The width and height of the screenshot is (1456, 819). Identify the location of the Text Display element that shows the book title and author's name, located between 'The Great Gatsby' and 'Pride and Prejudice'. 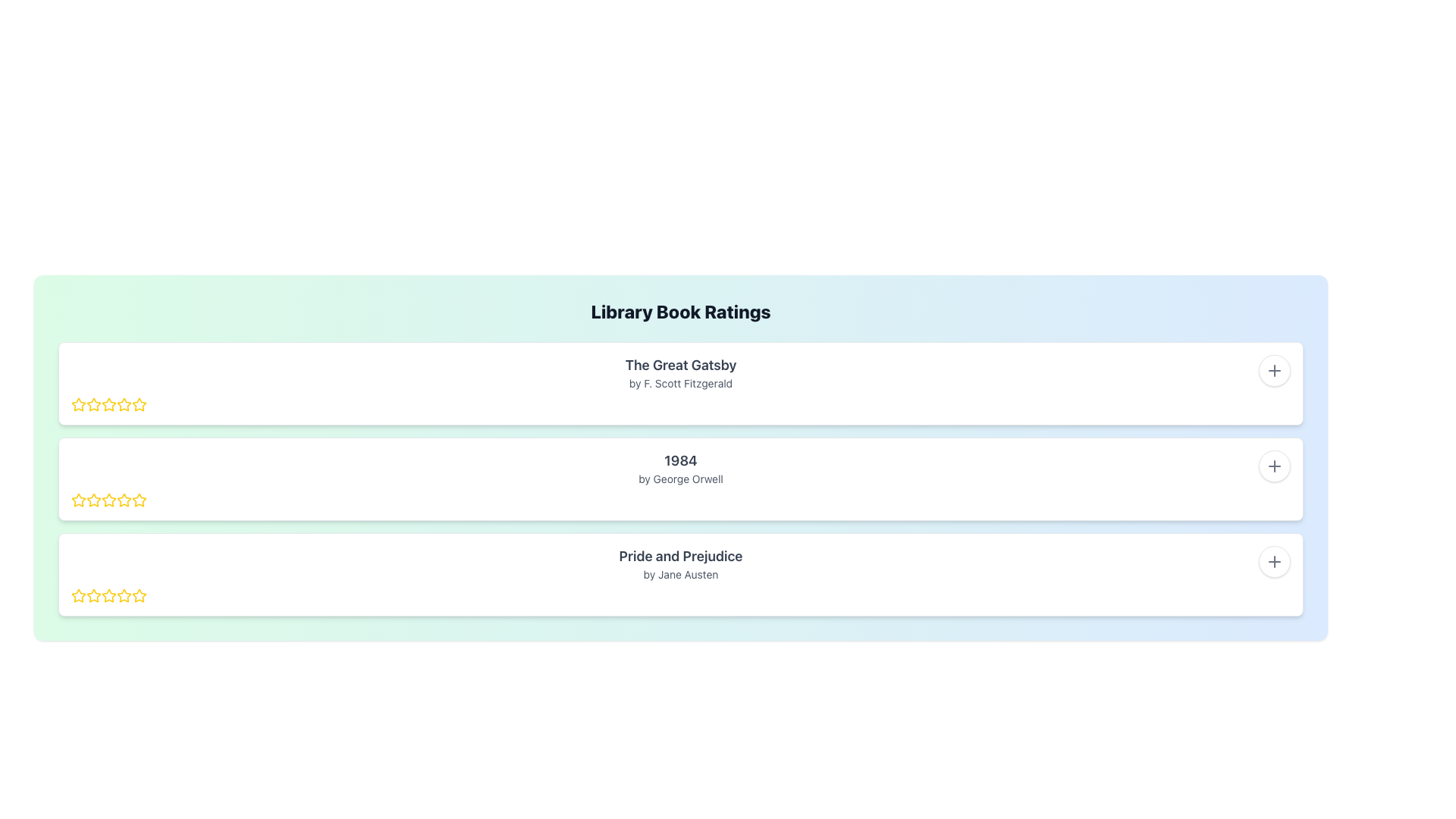
(679, 479).